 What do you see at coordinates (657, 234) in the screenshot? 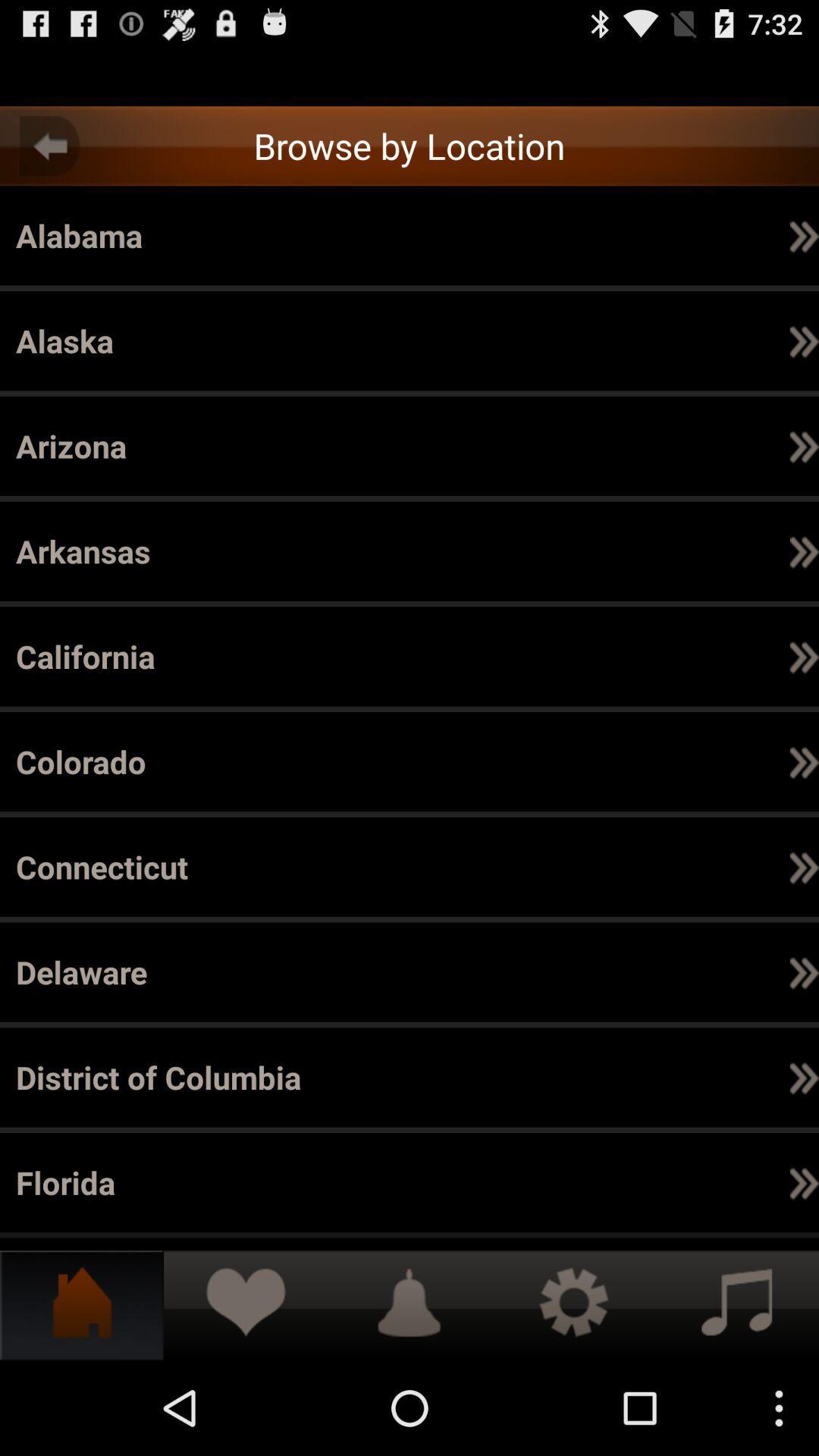
I see `app below california` at bounding box center [657, 234].